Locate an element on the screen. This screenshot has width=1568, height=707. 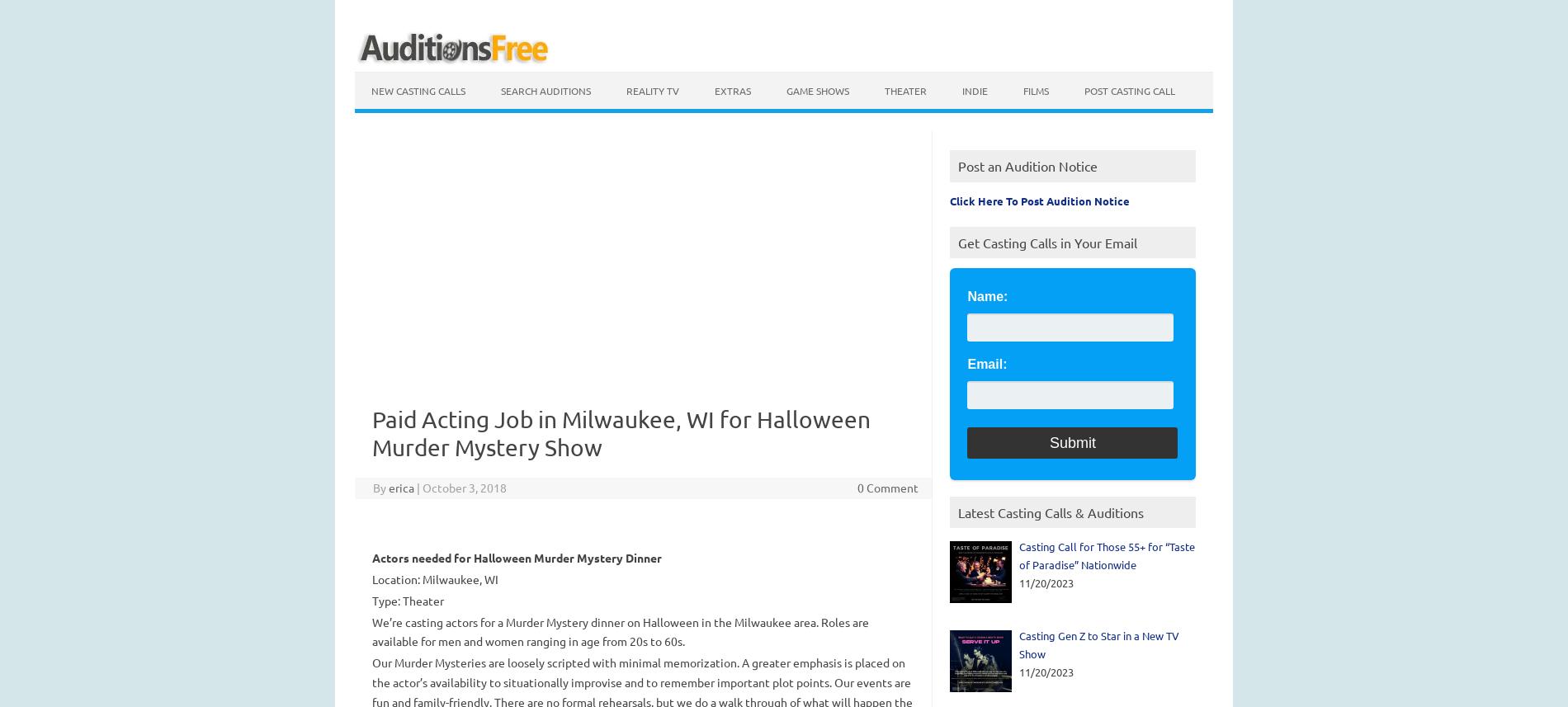
'0 Comment' is located at coordinates (887, 486).